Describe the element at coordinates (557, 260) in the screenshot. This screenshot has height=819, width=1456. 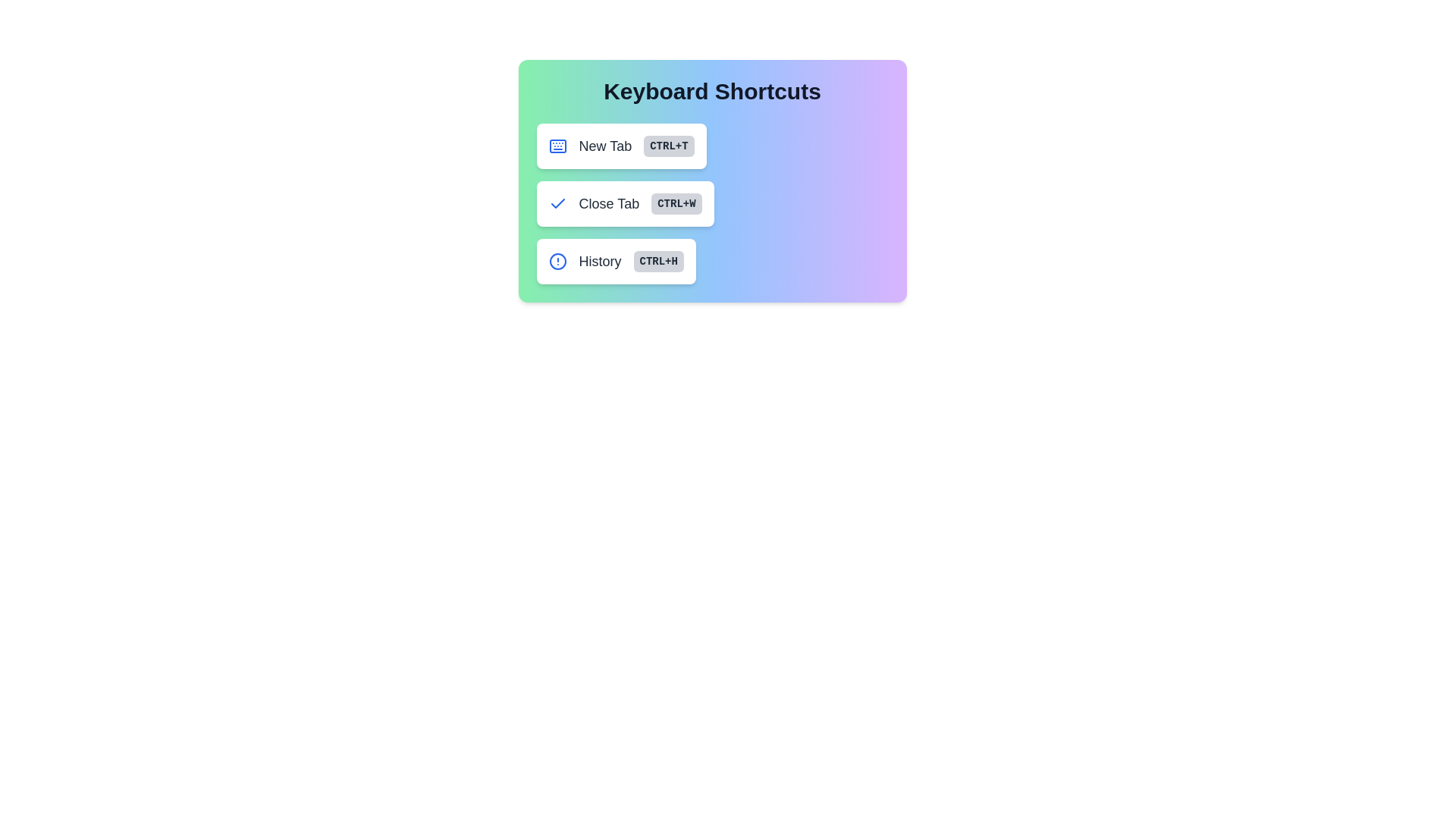
I see `the circular graphical element within the alert icon that represents the alert functionality, located in the leftmost position of the 'History' entry in the third row of keyboard shortcuts` at that location.